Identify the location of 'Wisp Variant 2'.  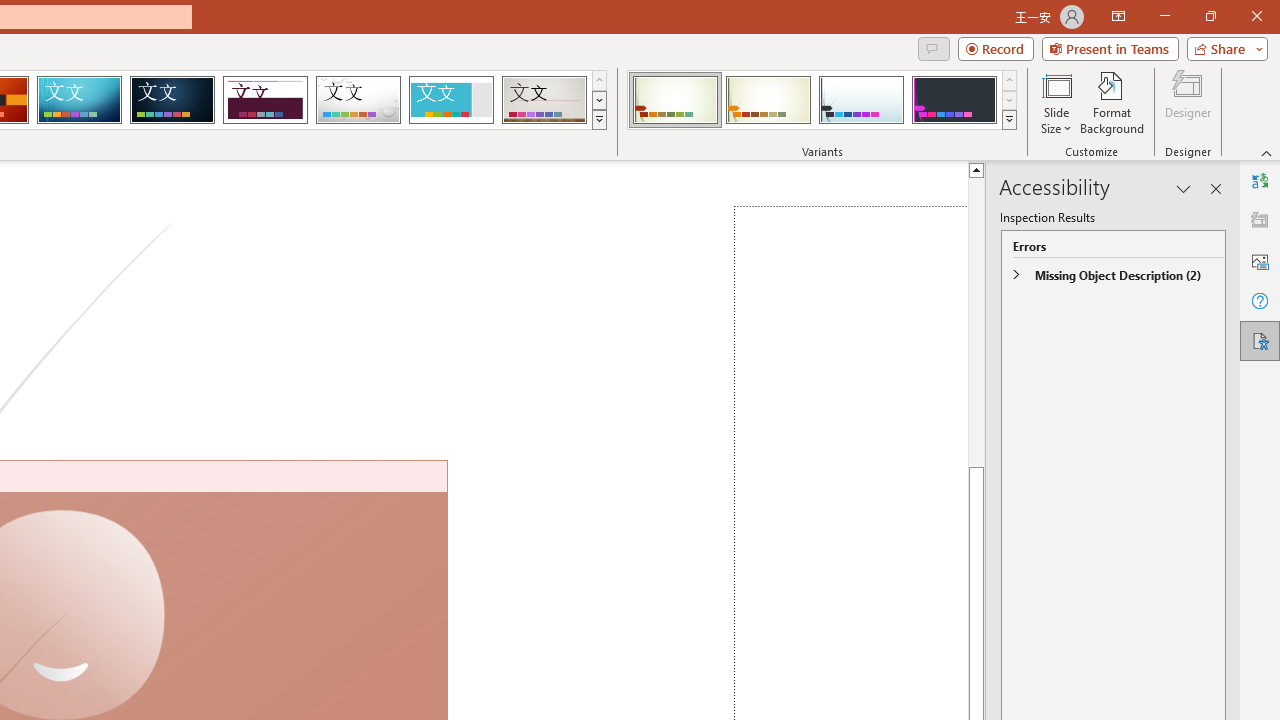
(767, 100).